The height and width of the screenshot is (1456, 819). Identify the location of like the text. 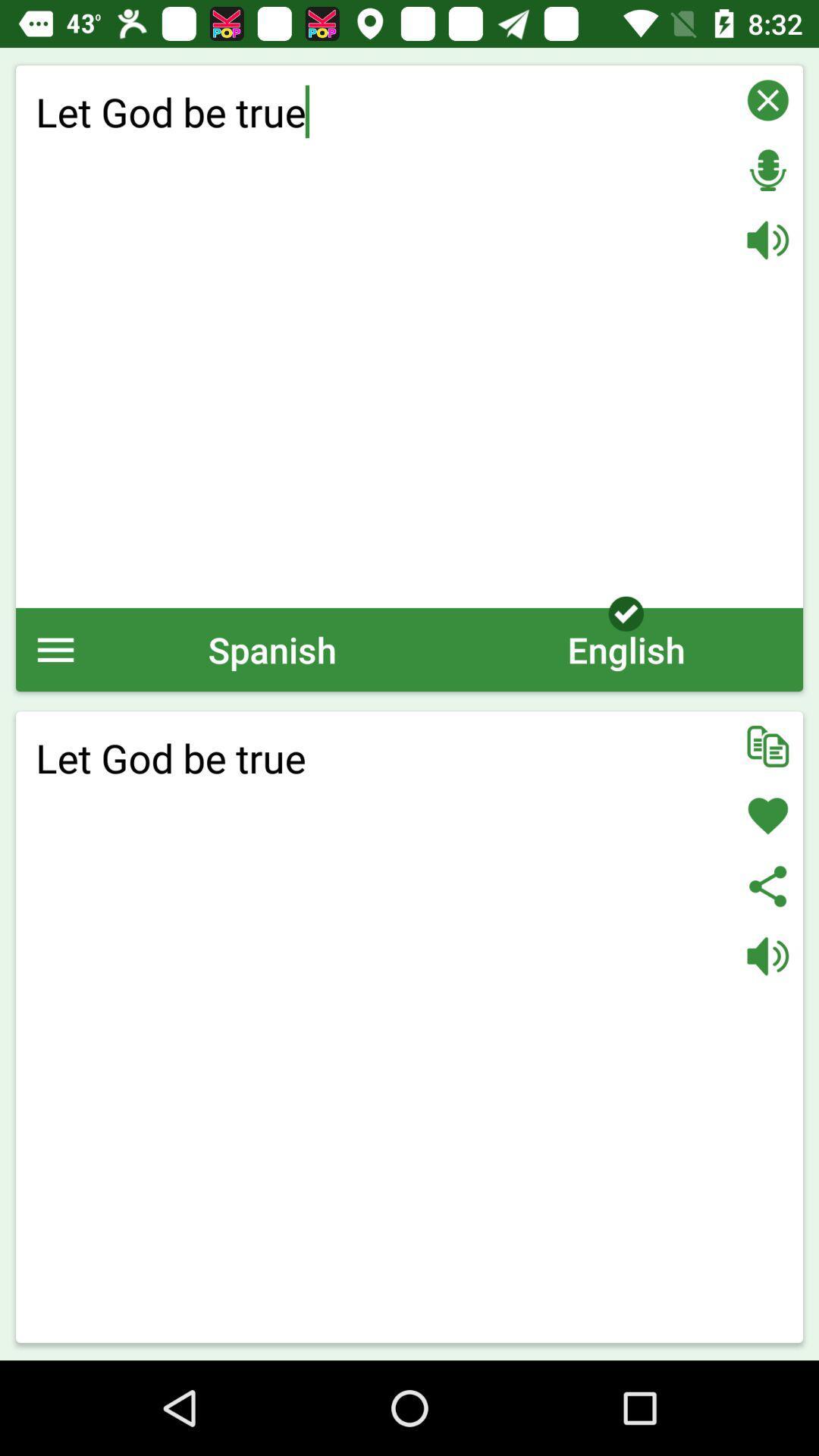
(767, 815).